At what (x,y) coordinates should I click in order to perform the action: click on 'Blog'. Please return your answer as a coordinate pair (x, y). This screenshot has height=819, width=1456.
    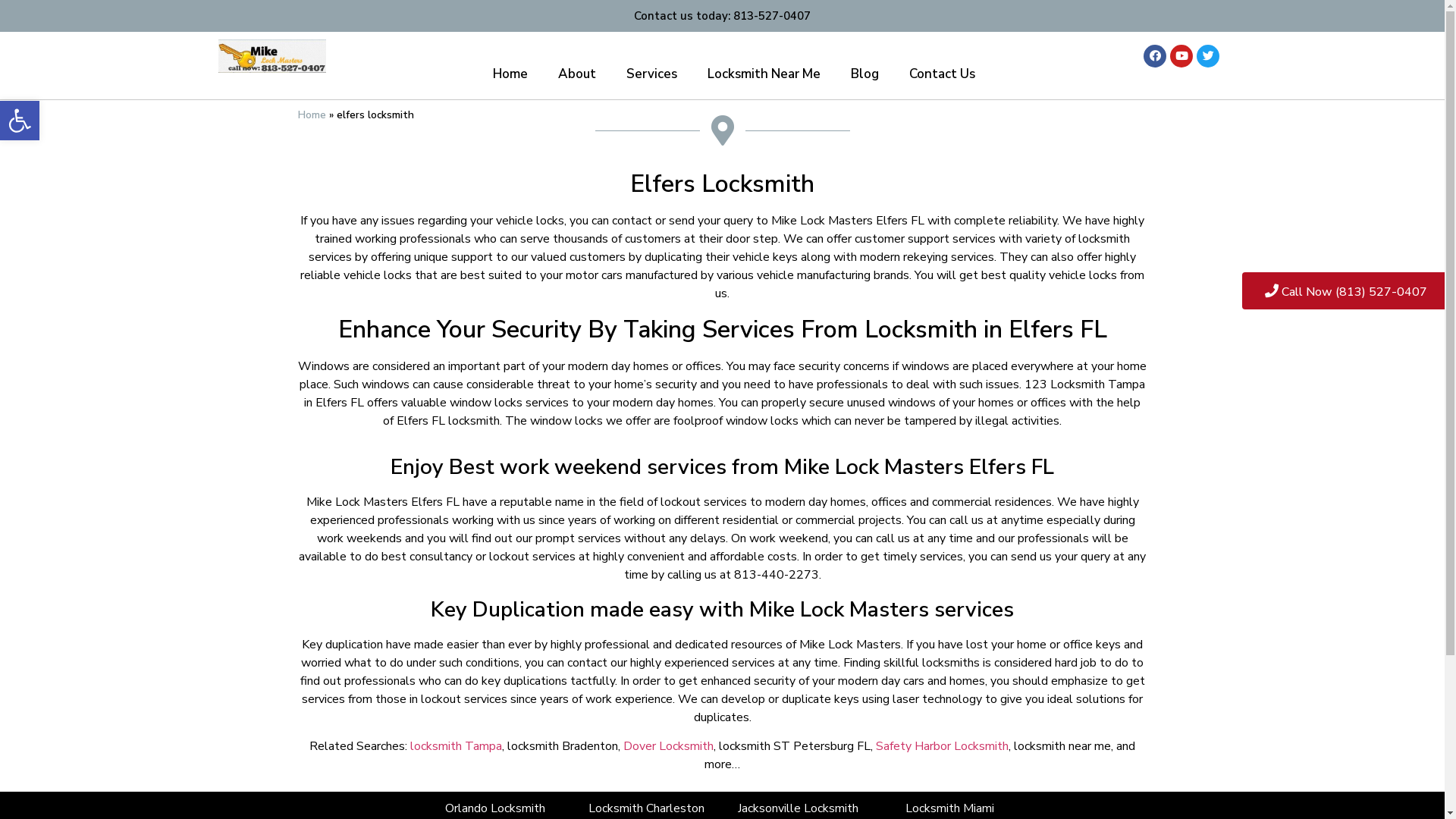
    Looking at the image, I should click on (835, 74).